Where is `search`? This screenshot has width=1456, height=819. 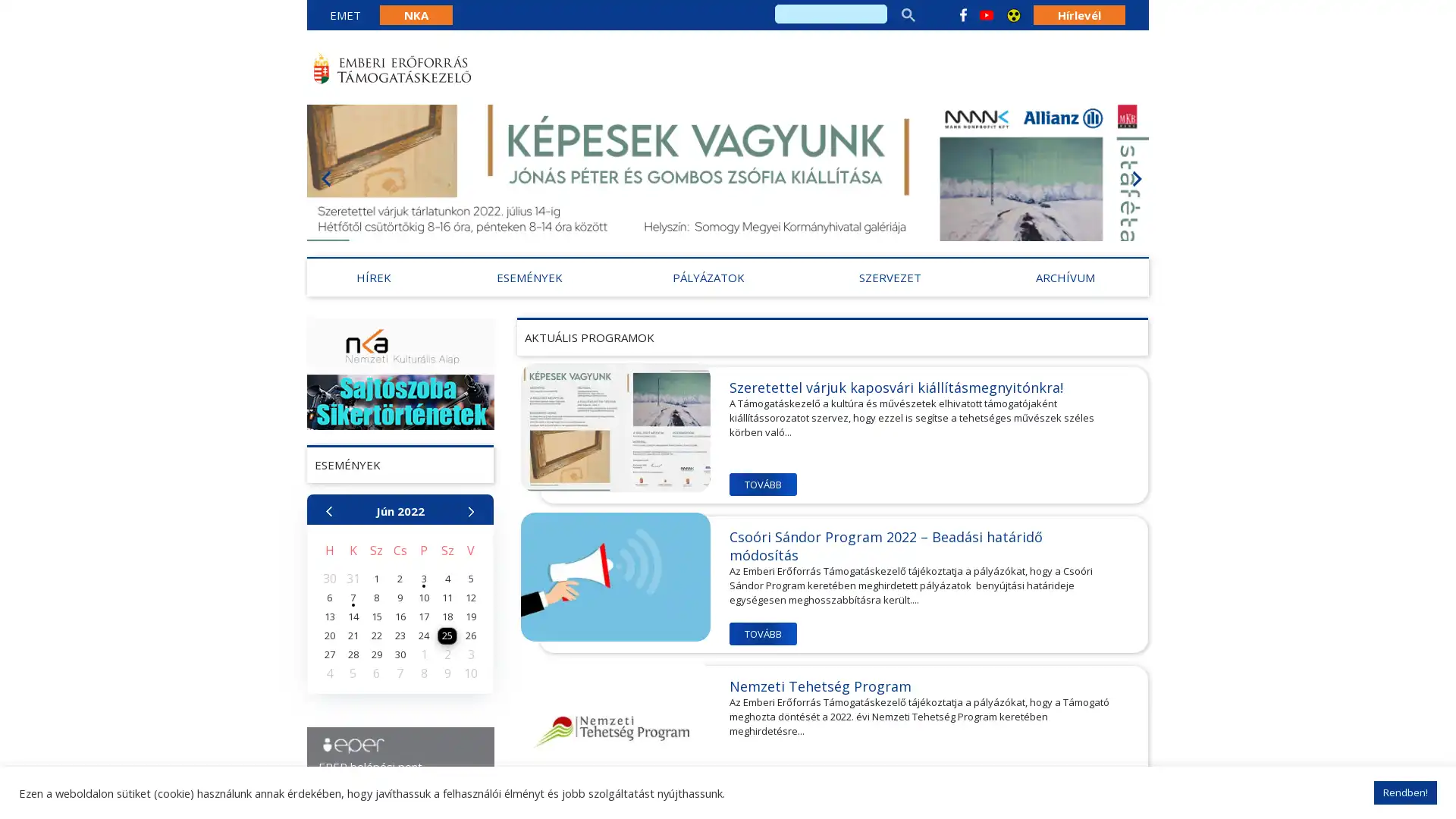 search is located at coordinates (907, 14).